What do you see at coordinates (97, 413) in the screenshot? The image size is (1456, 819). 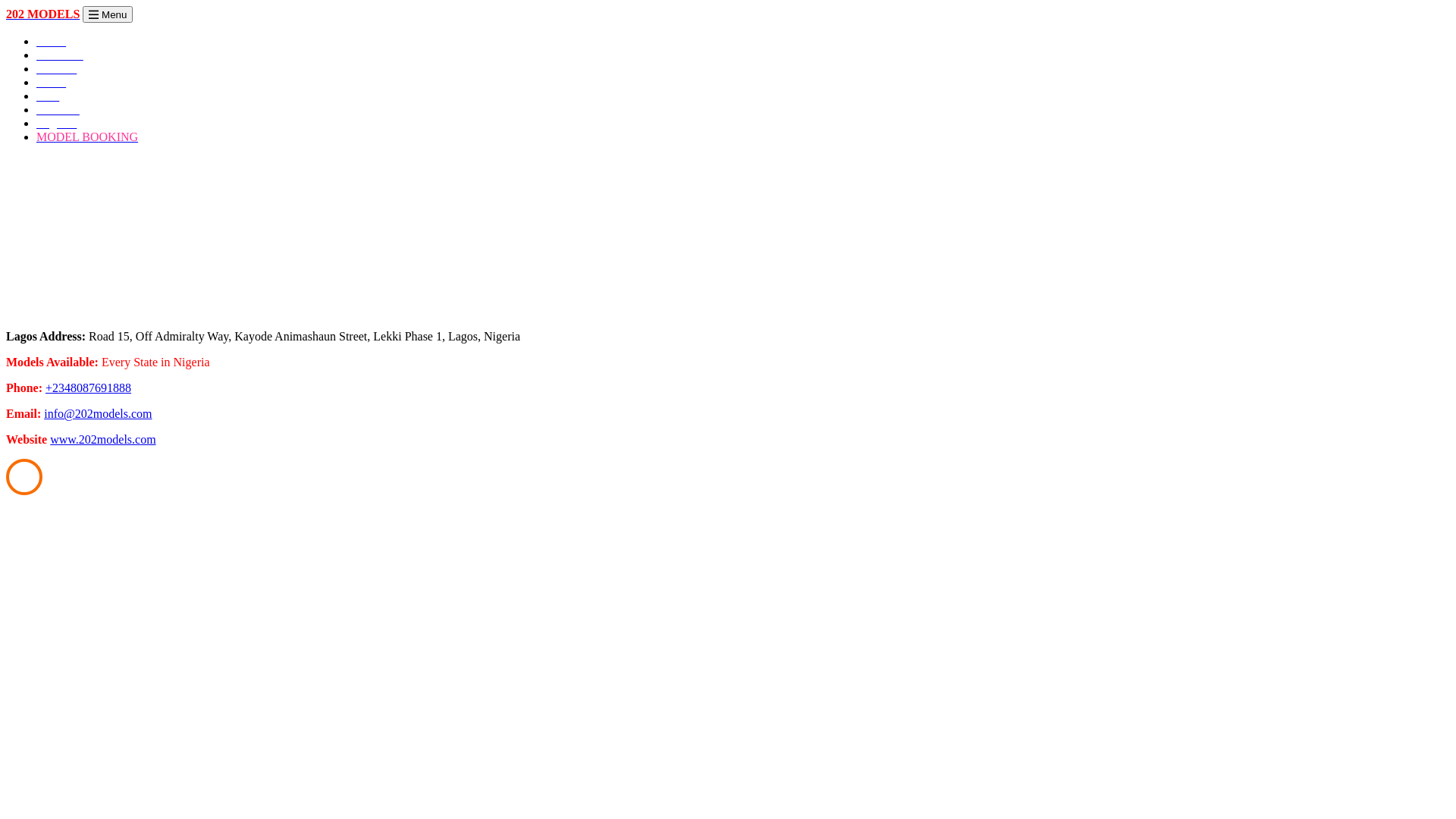 I see `'info@202models.com'` at bounding box center [97, 413].